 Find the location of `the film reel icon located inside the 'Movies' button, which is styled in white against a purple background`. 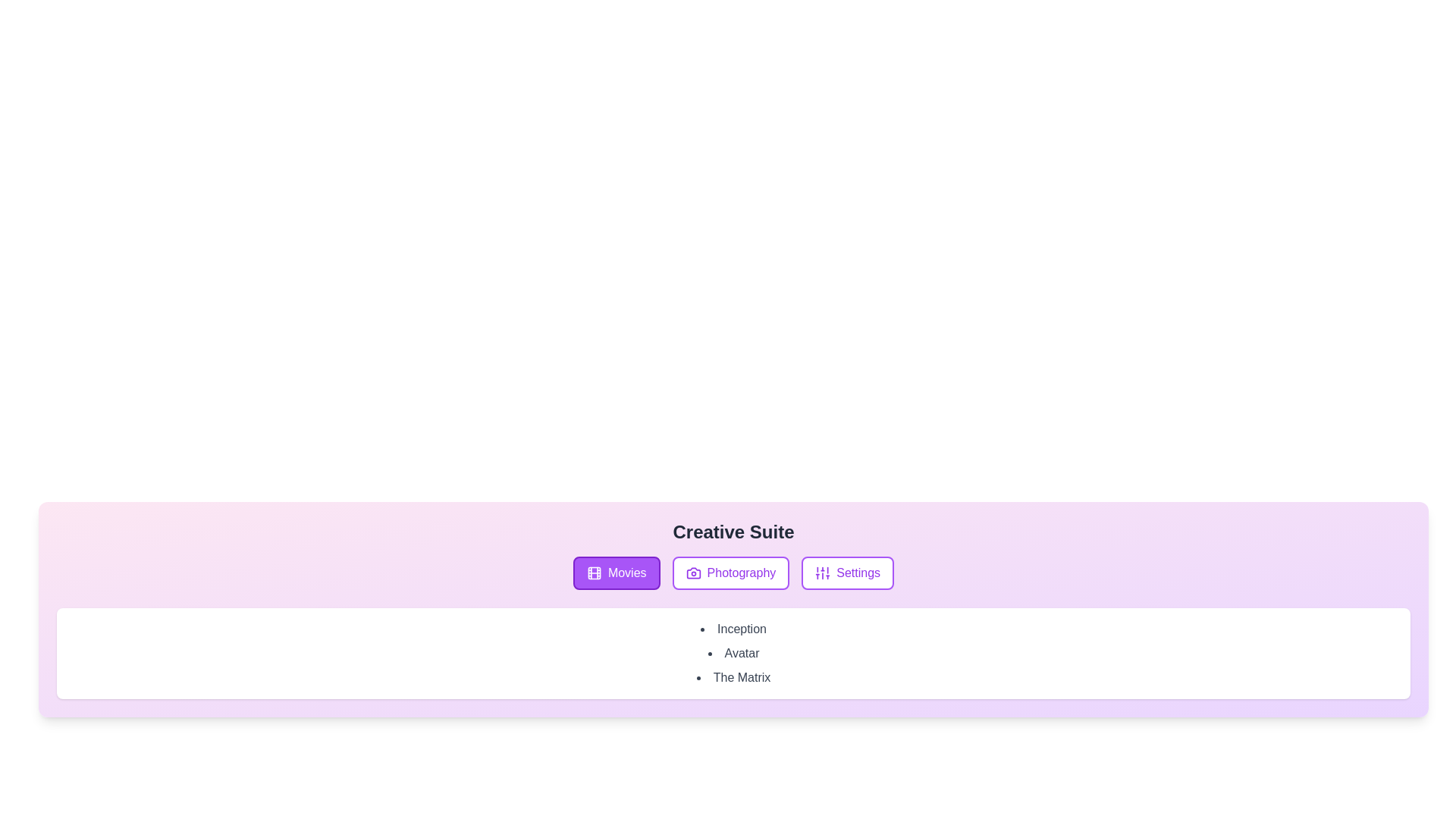

the film reel icon located inside the 'Movies' button, which is styled in white against a purple background is located at coordinates (593, 573).